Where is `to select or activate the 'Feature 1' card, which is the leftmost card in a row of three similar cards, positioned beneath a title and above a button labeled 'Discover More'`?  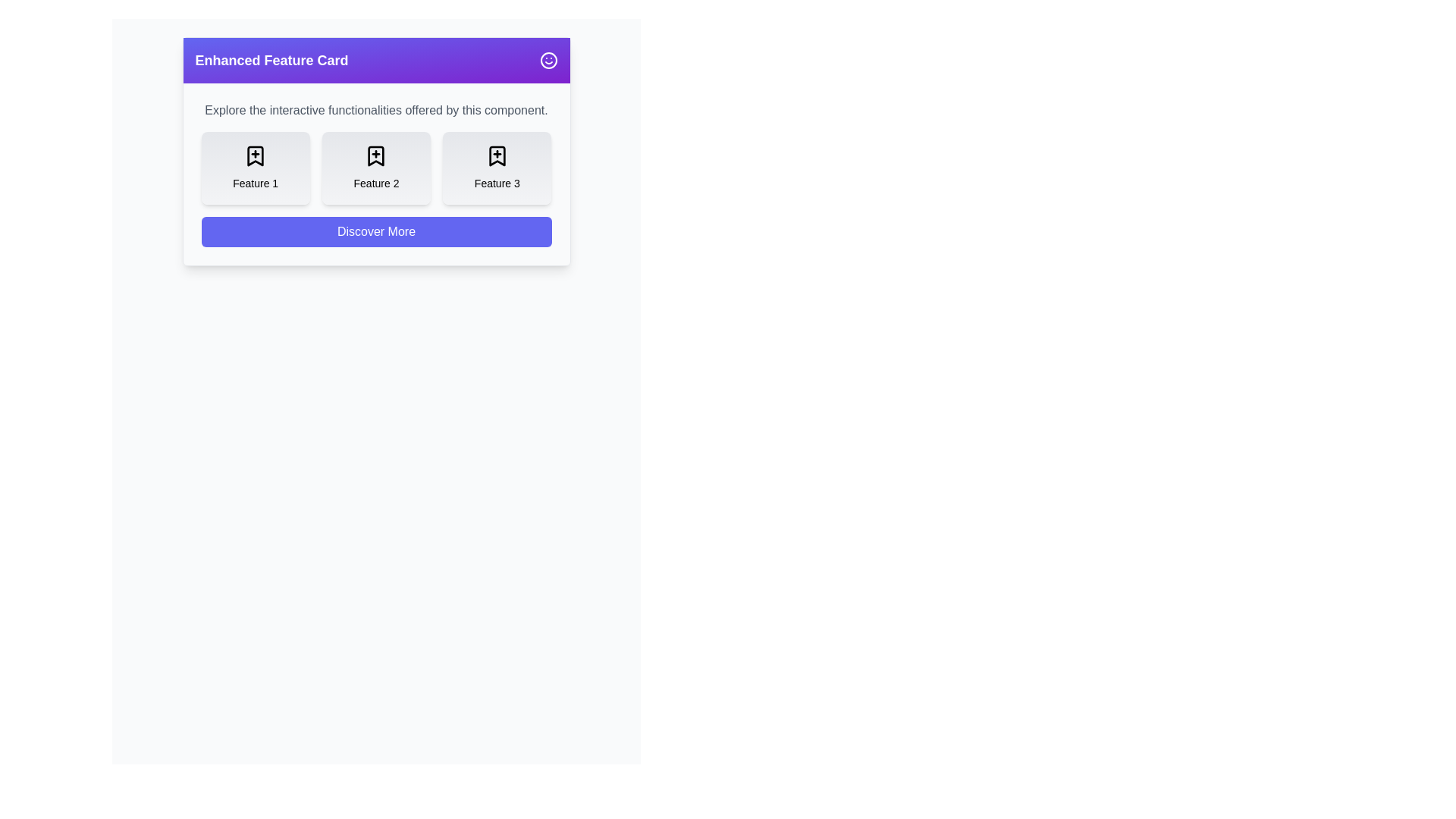
to select or activate the 'Feature 1' card, which is the leftmost card in a row of three similar cards, positioned beneath a title and above a button labeled 'Discover More' is located at coordinates (256, 168).